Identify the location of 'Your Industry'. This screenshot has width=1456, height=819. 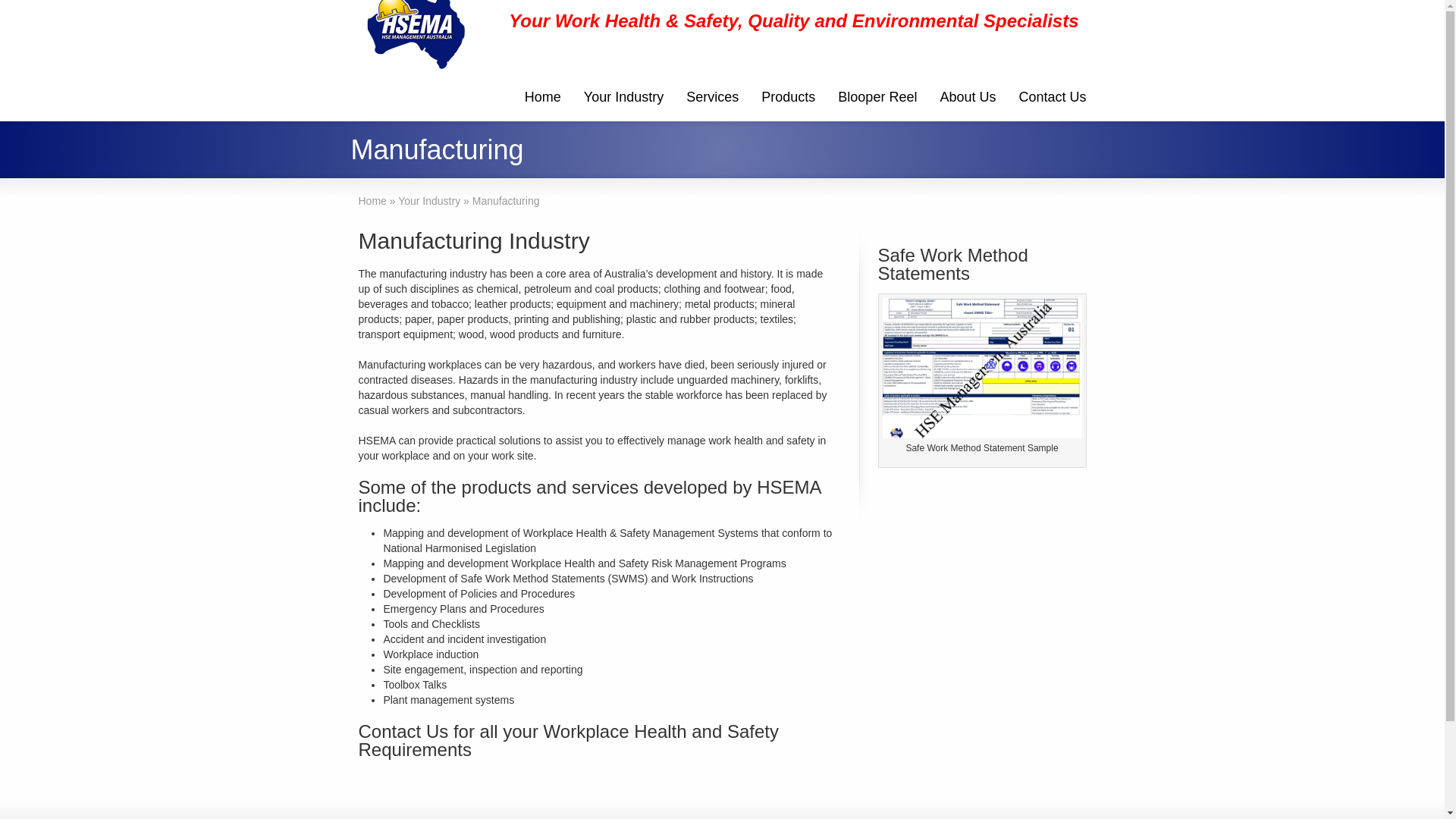
(571, 99).